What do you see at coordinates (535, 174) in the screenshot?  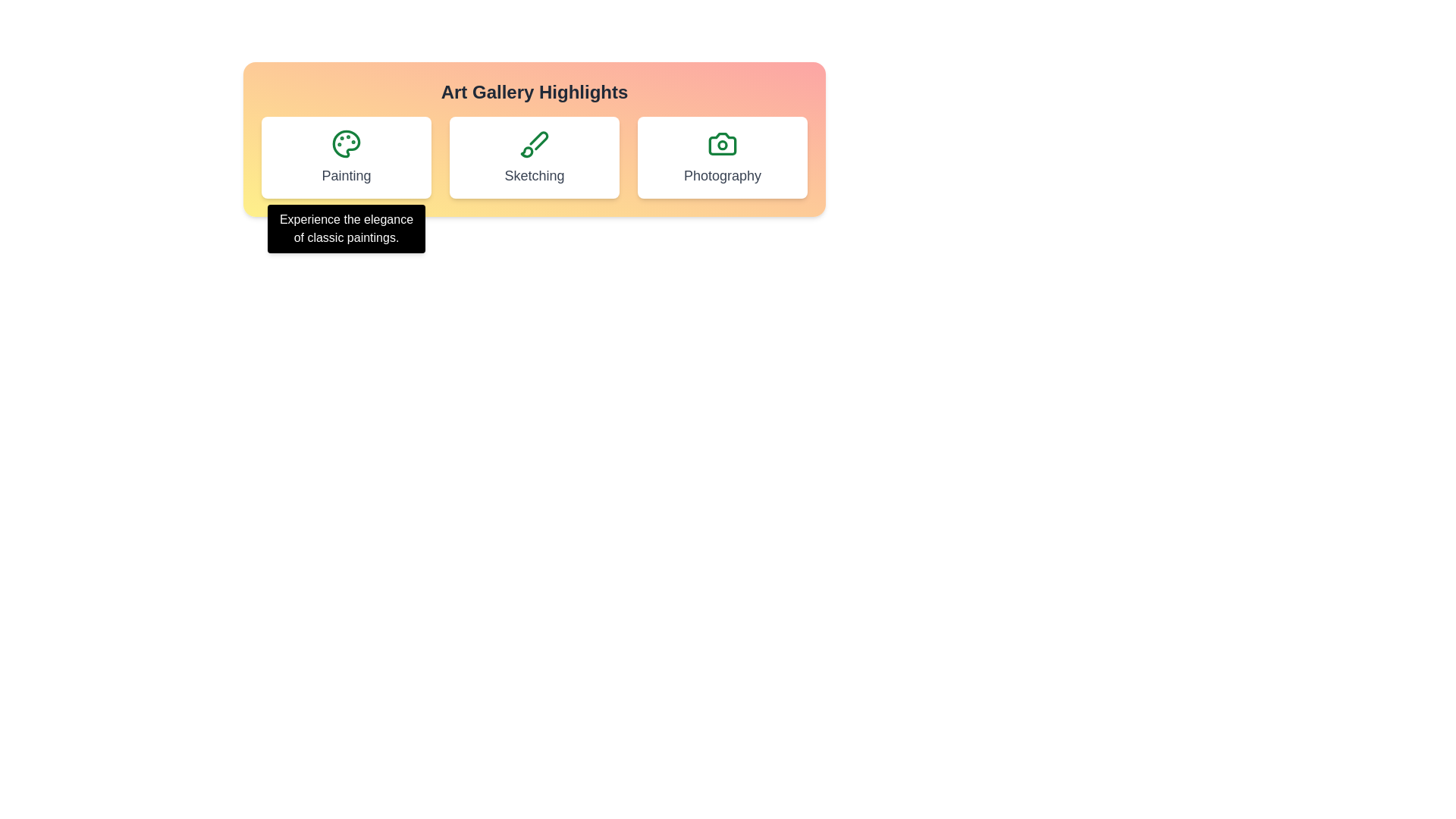 I see `the text label indicating the subject 'Sketching', which is centrally located between the cards labeled 'Painting' and 'Photography'` at bounding box center [535, 174].